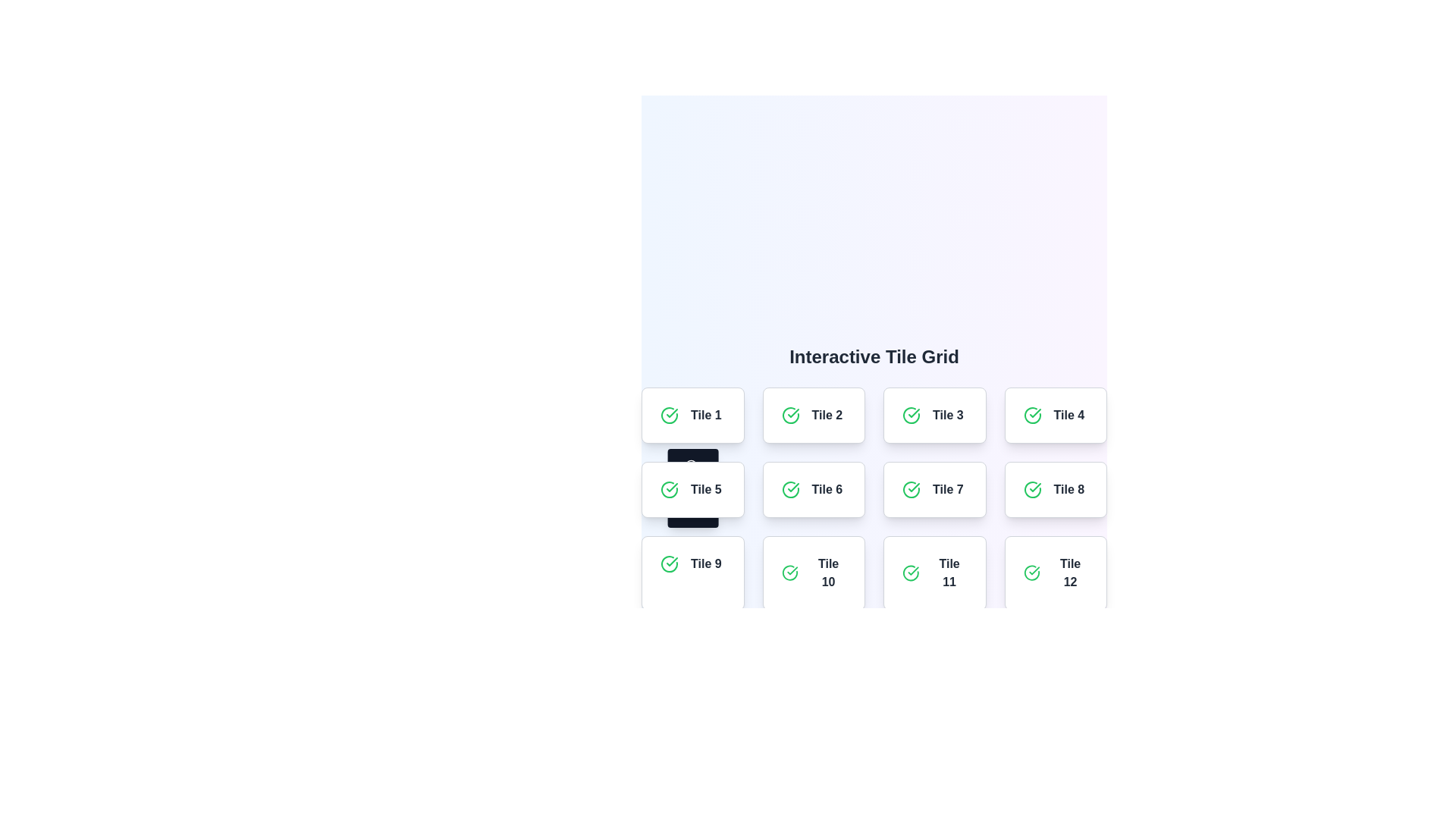  What do you see at coordinates (669, 564) in the screenshot?
I see `the circular checkmark icon that indicates a successful or completed action, located in the ninth tile of the third row in the interactive grid` at bounding box center [669, 564].